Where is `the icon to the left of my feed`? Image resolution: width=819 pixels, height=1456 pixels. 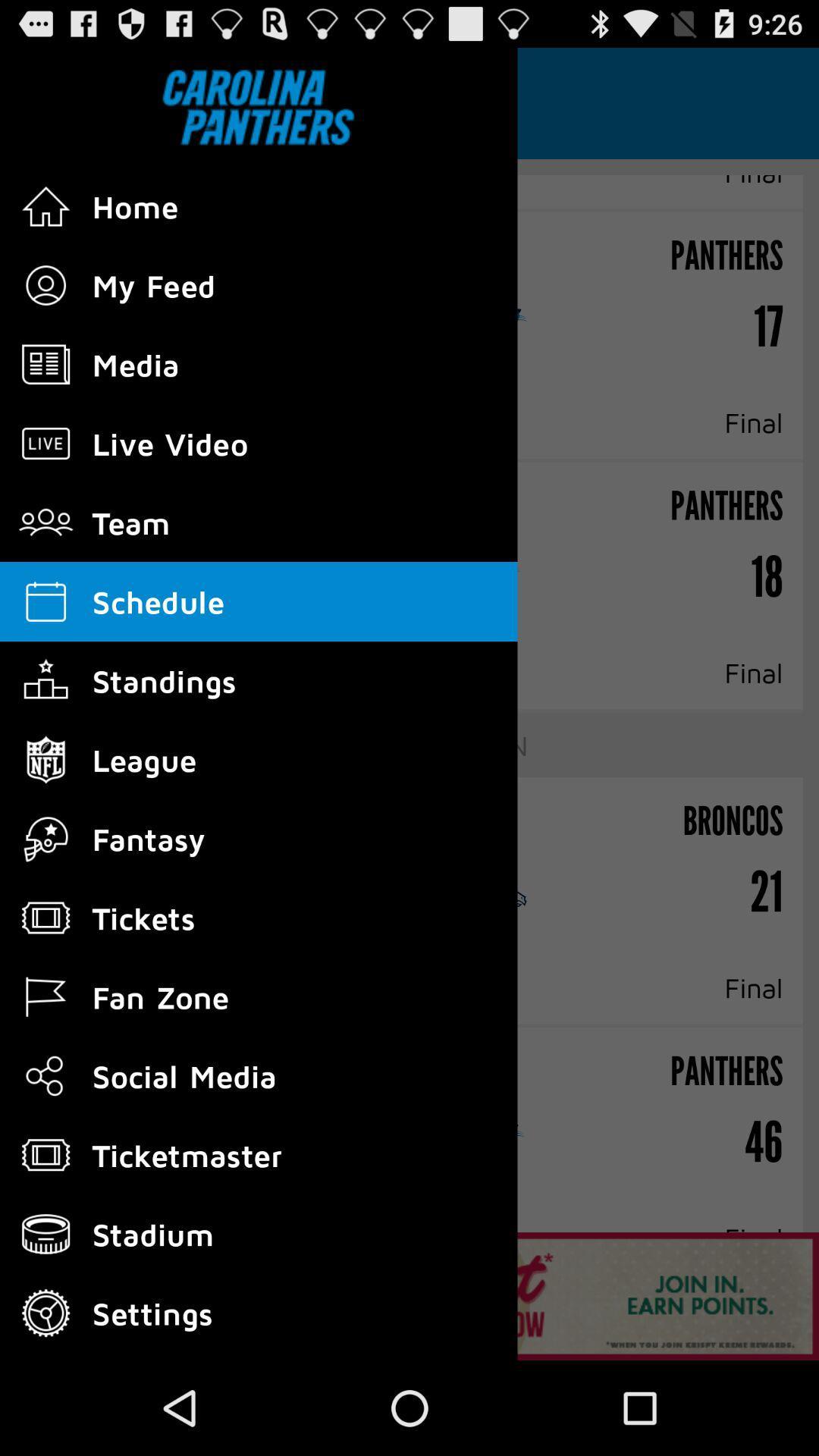 the icon to the left of my feed is located at coordinates (45, 286).